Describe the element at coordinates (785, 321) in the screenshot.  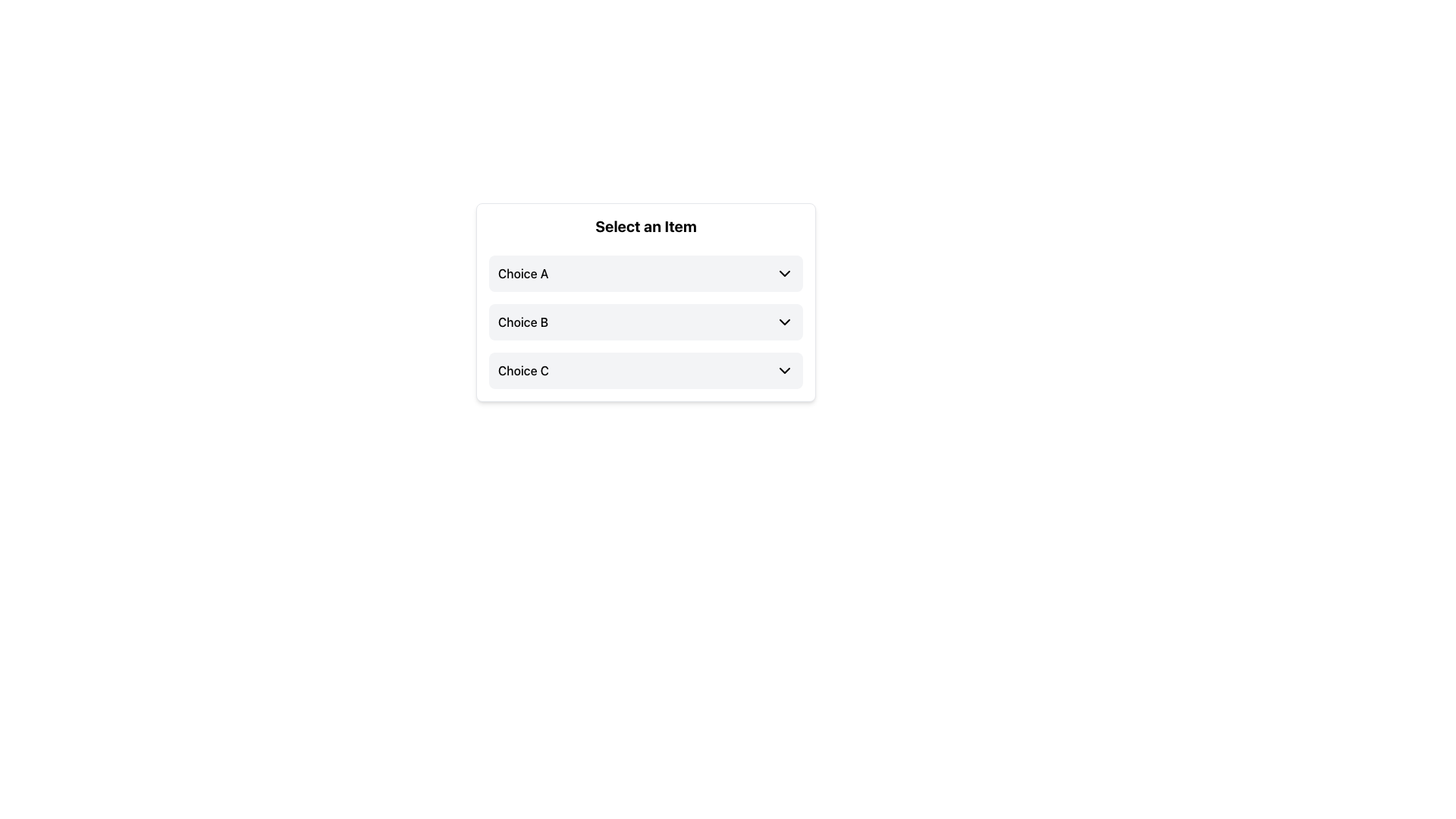
I see `the Dropdown indicator icon next to 'Choice B'` at that location.